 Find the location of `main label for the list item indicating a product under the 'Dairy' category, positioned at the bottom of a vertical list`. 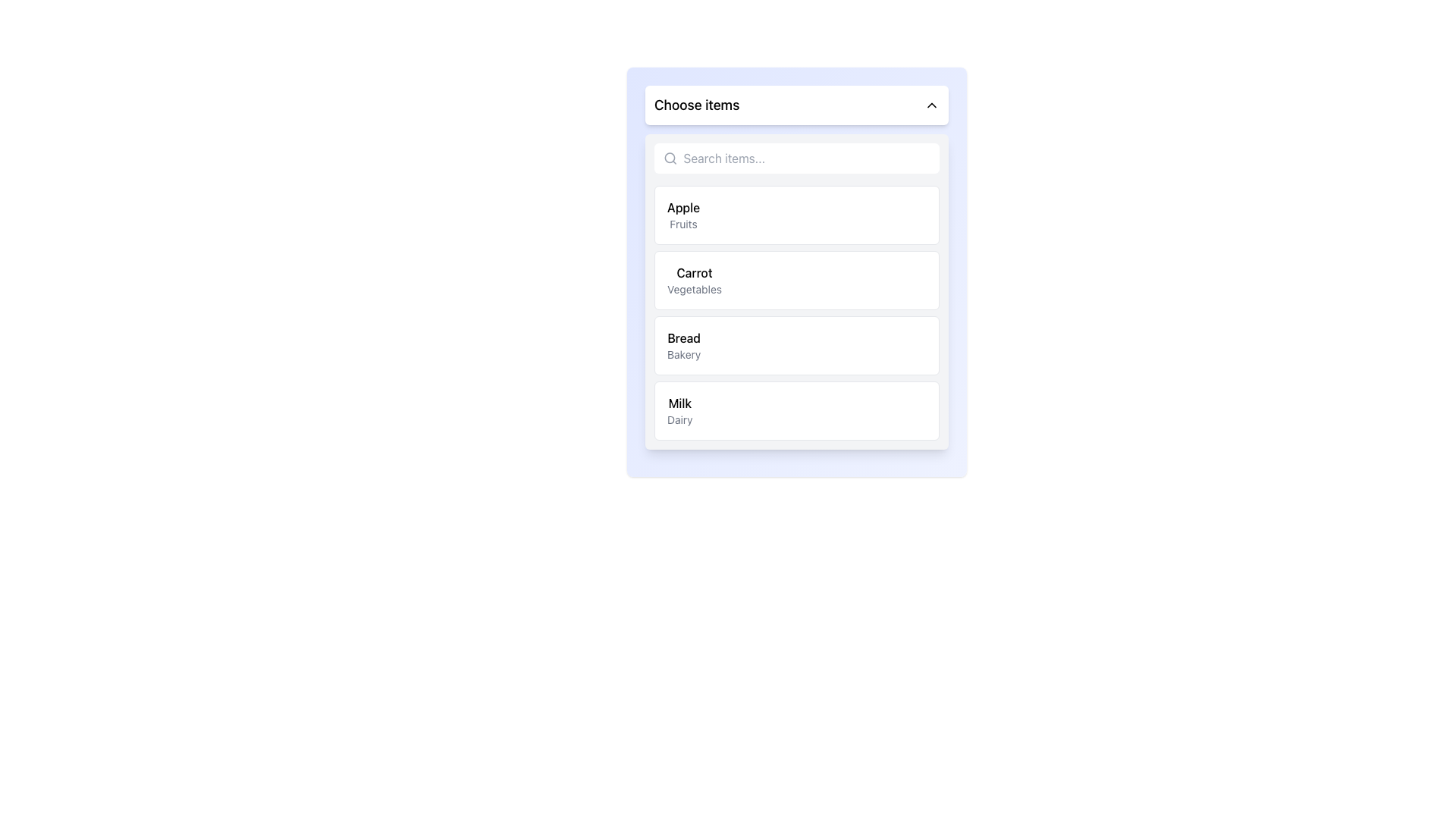

main label for the list item indicating a product under the 'Dairy' category, positioned at the bottom of a vertical list is located at coordinates (679, 403).